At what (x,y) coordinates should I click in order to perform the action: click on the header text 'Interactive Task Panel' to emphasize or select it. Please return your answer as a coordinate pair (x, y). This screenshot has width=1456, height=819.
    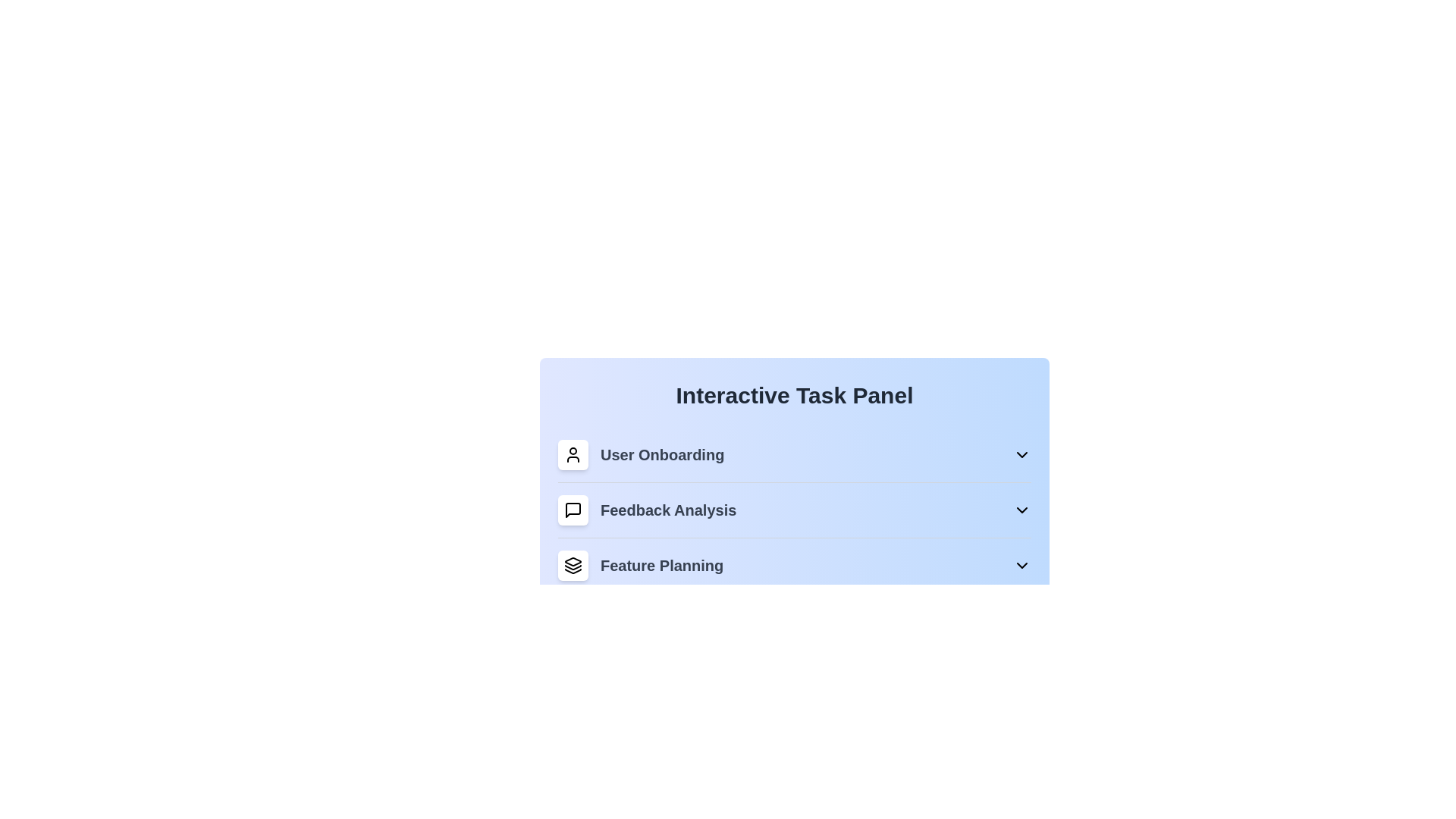
    Looking at the image, I should click on (793, 394).